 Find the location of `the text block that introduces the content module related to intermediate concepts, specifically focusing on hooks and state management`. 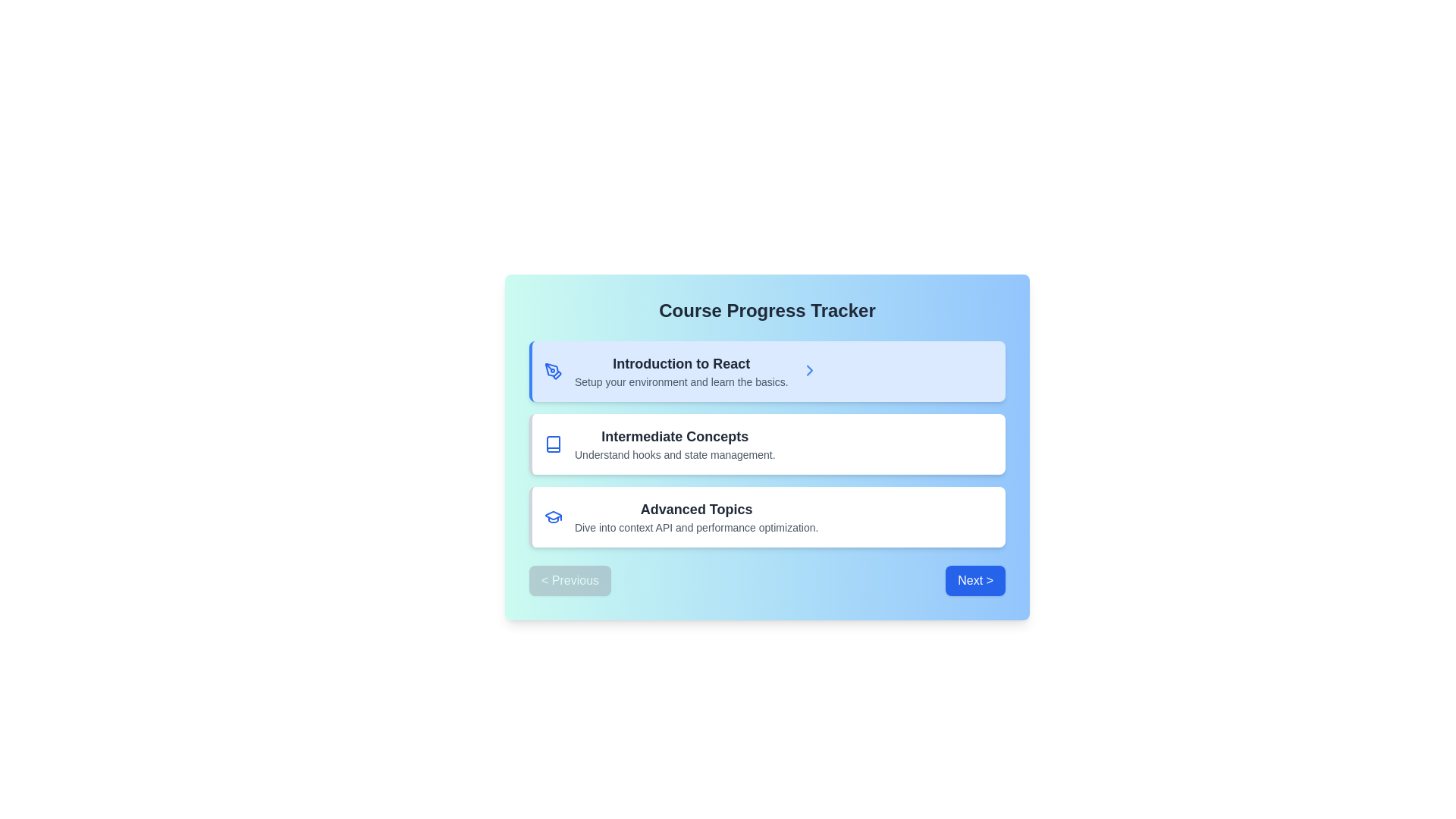

the text block that introduces the content module related to intermediate concepts, specifically focusing on hooks and state management is located at coordinates (674, 444).